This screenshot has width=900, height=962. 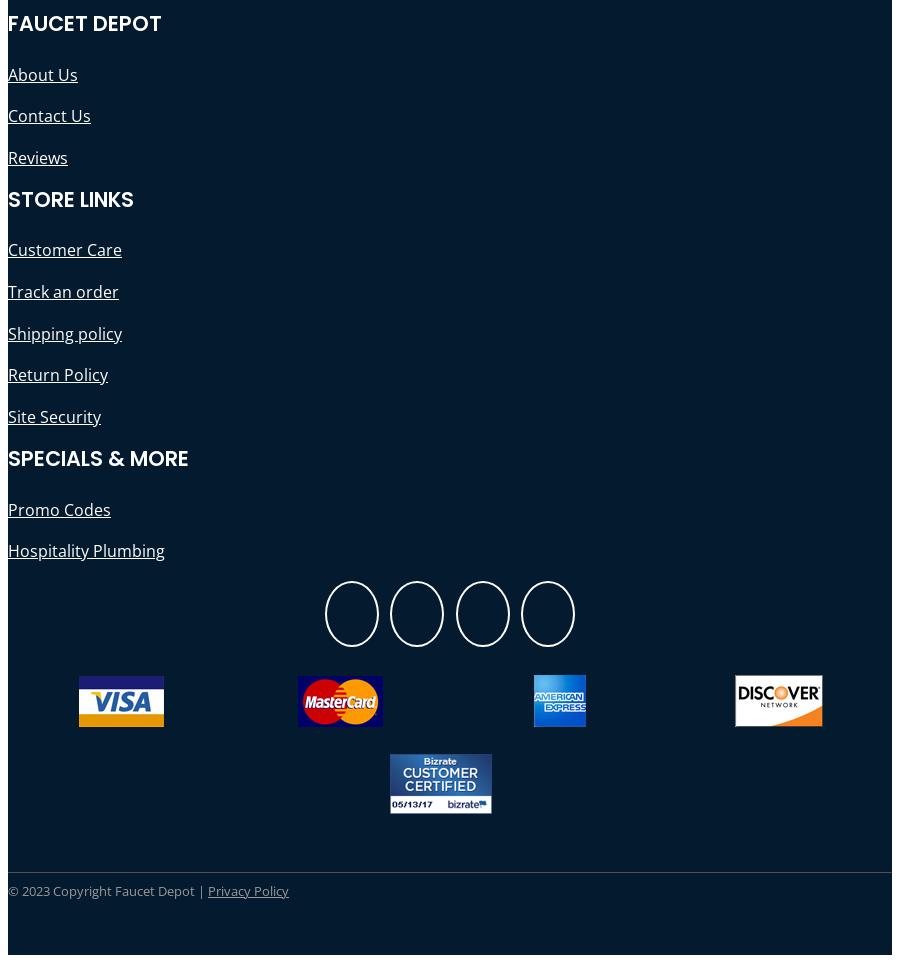 I want to click on 'Contact Us', so click(x=48, y=115).